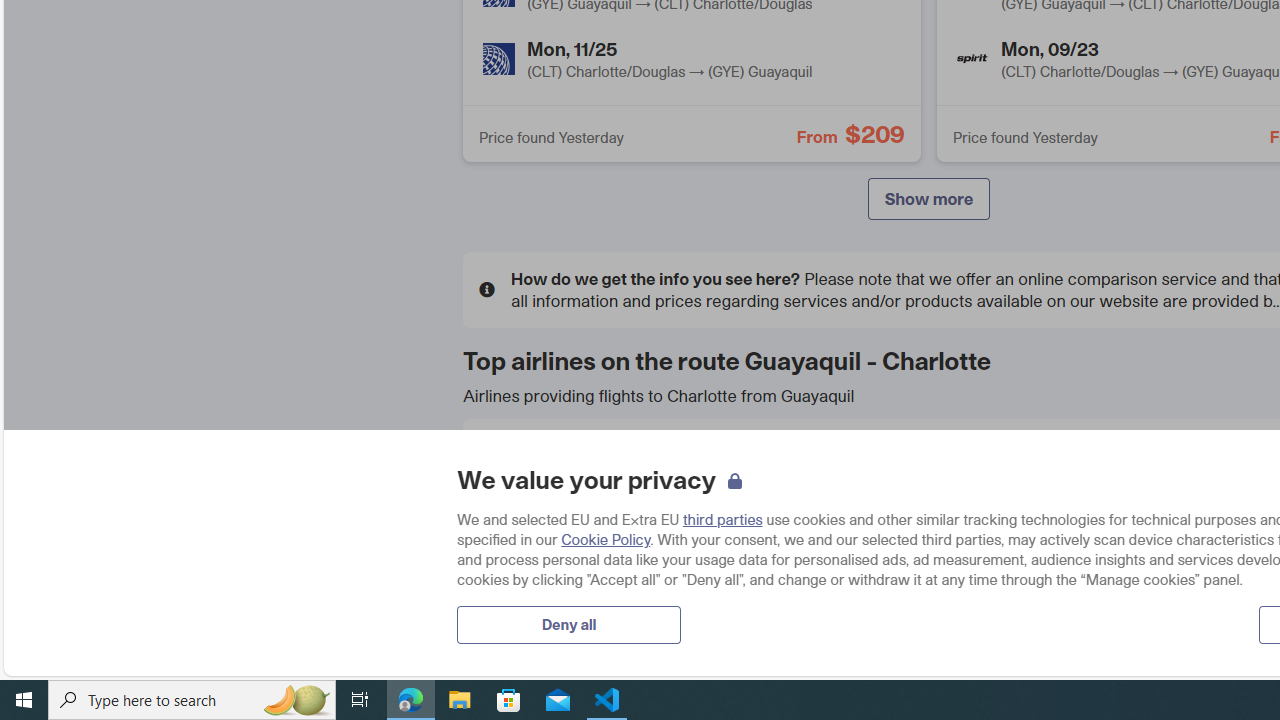 The image size is (1280, 720). What do you see at coordinates (605, 538) in the screenshot?
I see `'Cookie Policy'` at bounding box center [605, 538].